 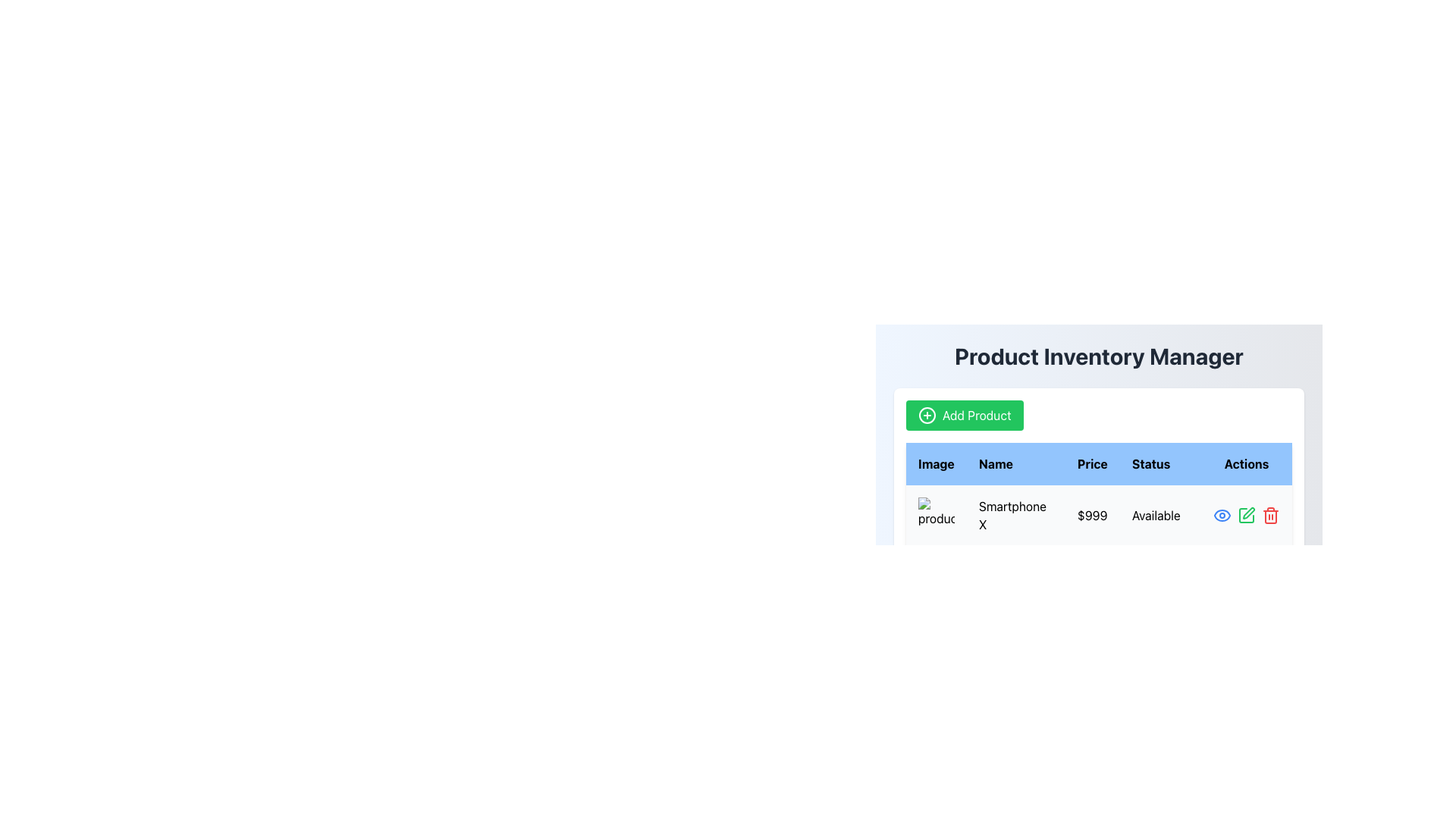 What do you see at coordinates (935, 514) in the screenshot?
I see `the small image icon with placeholder text 'product'` at bounding box center [935, 514].